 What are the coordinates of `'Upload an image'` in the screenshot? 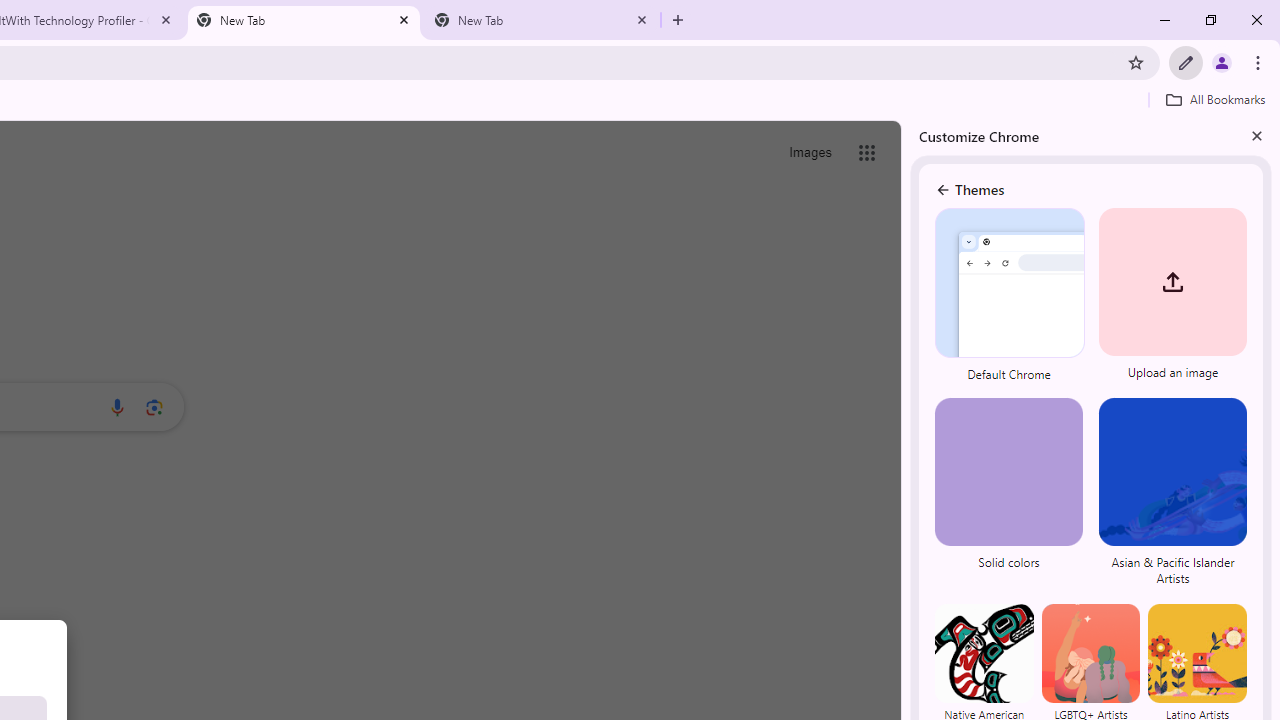 It's located at (1170, 297).